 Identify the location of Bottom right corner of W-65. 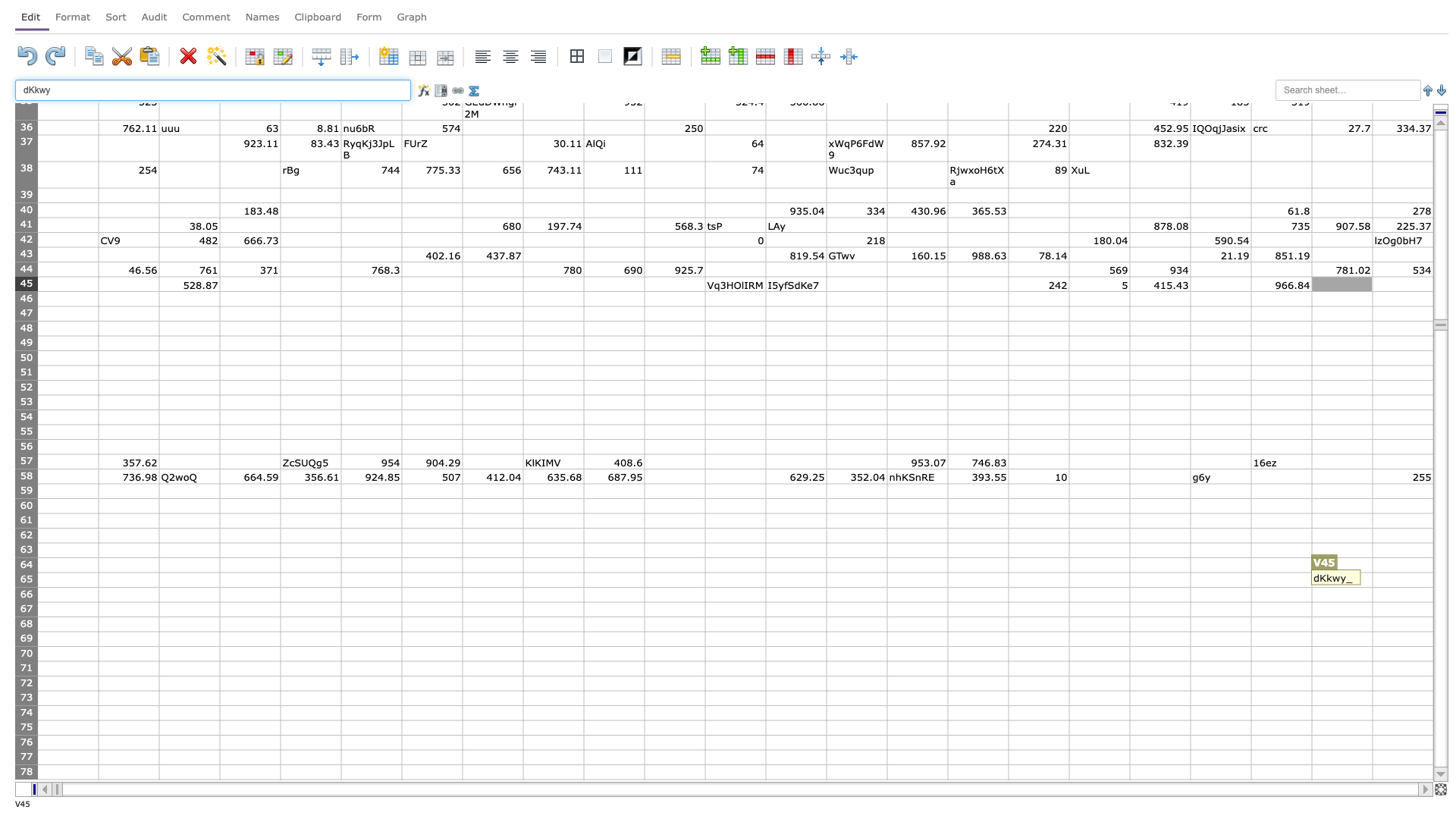
(1432, 586).